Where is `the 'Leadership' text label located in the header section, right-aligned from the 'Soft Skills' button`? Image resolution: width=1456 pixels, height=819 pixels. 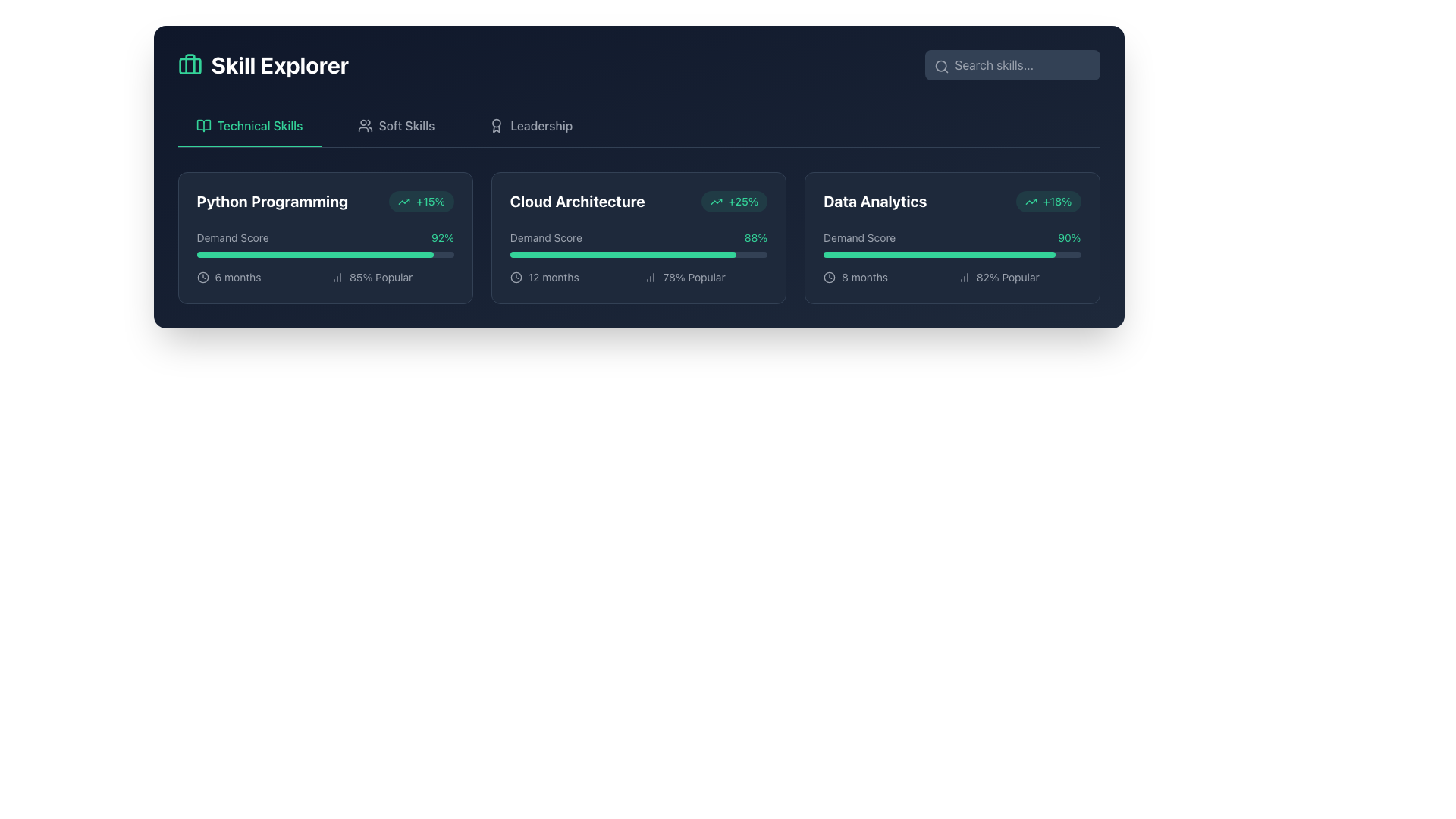
the 'Leadership' text label located in the header section, right-aligned from the 'Soft Skills' button is located at coordinates (541, 124).